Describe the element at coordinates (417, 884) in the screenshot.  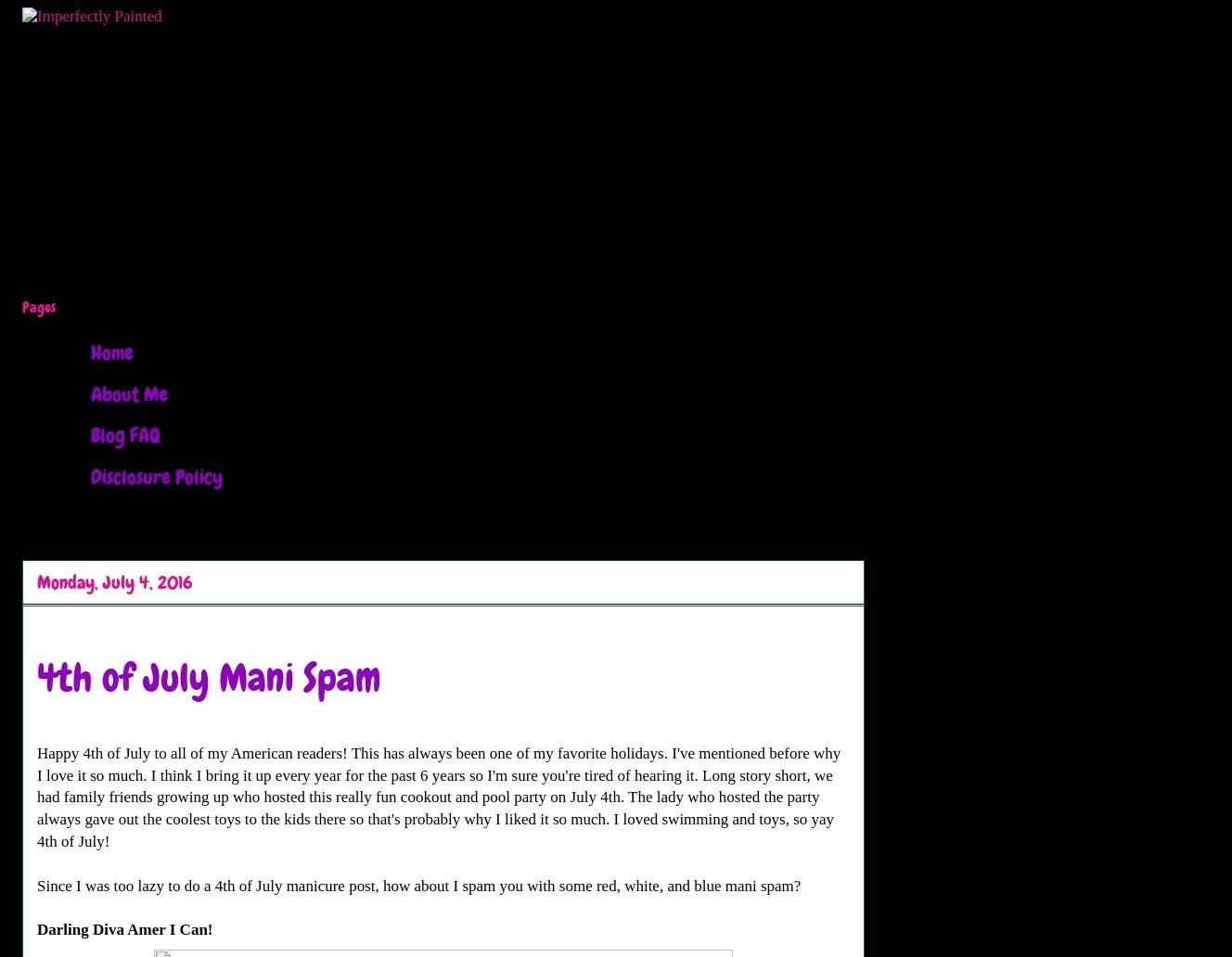
I see `'Since I was too lazy to do a 4th of July manicure post, how about I spam you with some red, white, and blue mani spam?'` at that location.